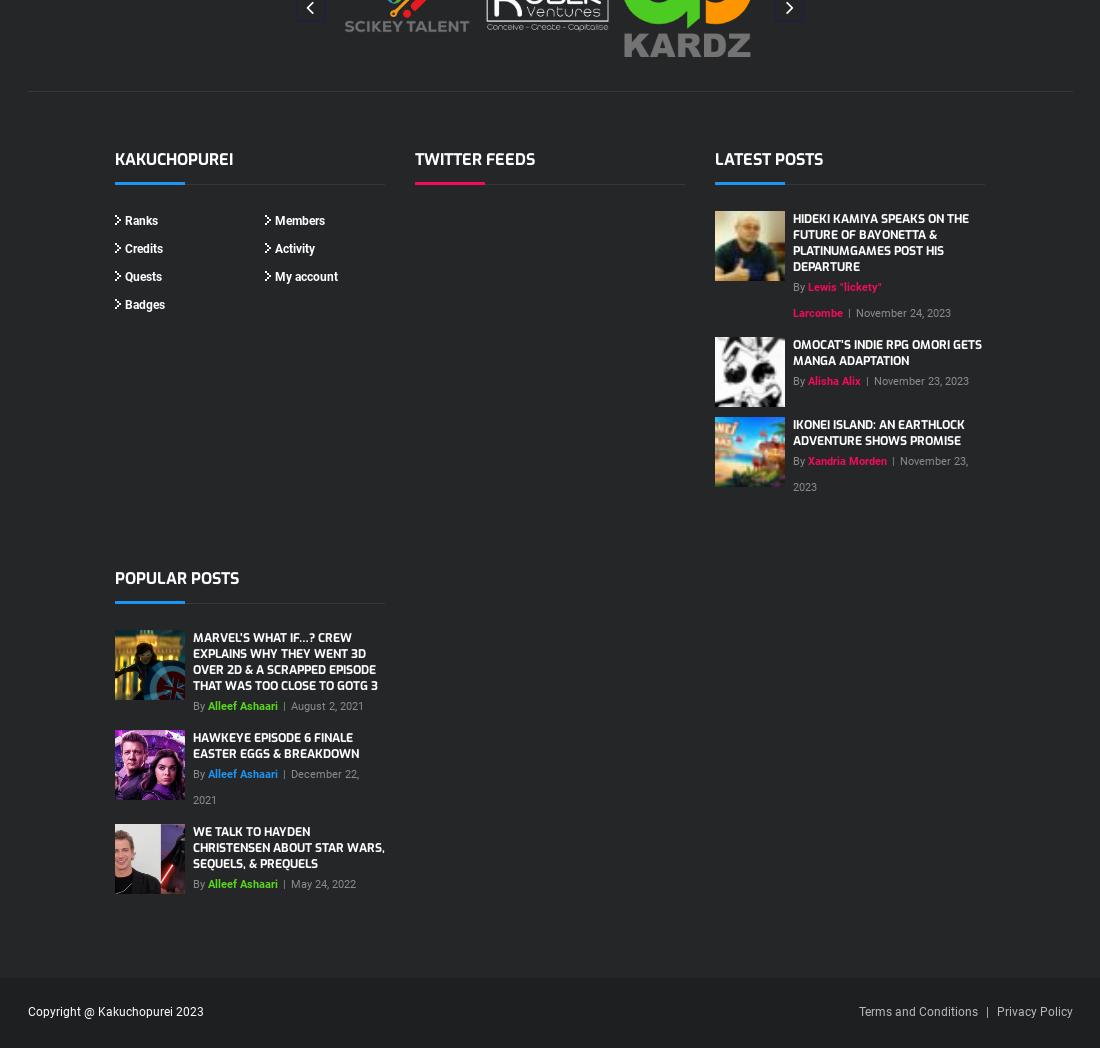 The height and width of the screenshot is (1048, 1100). I want to click on 'Terms and Conditions', so click(917, 1011).